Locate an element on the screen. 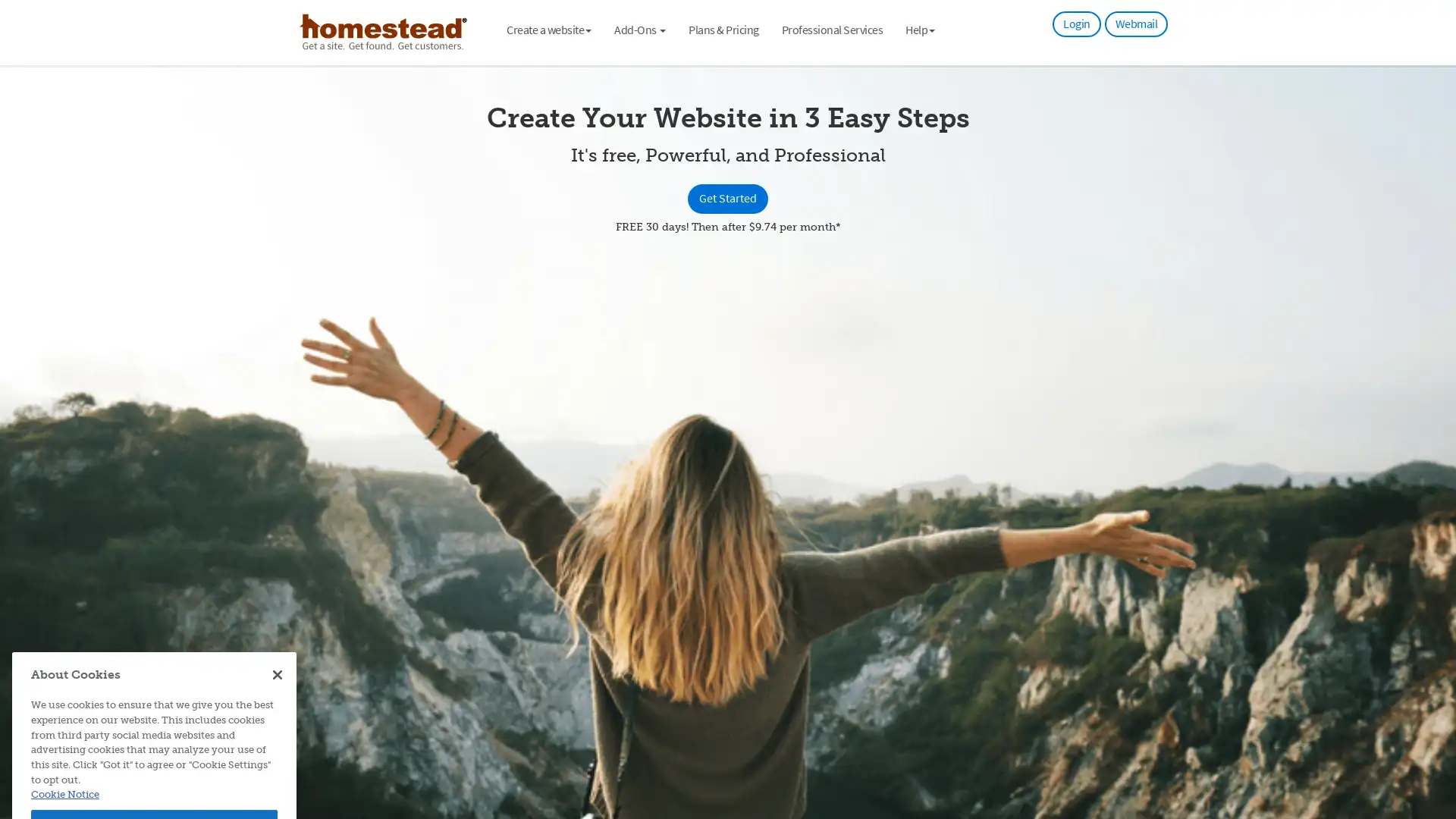 The height and width of the screenshot is (819, 1456). Explore your accessibility options is located at coordinates (1430, 742).